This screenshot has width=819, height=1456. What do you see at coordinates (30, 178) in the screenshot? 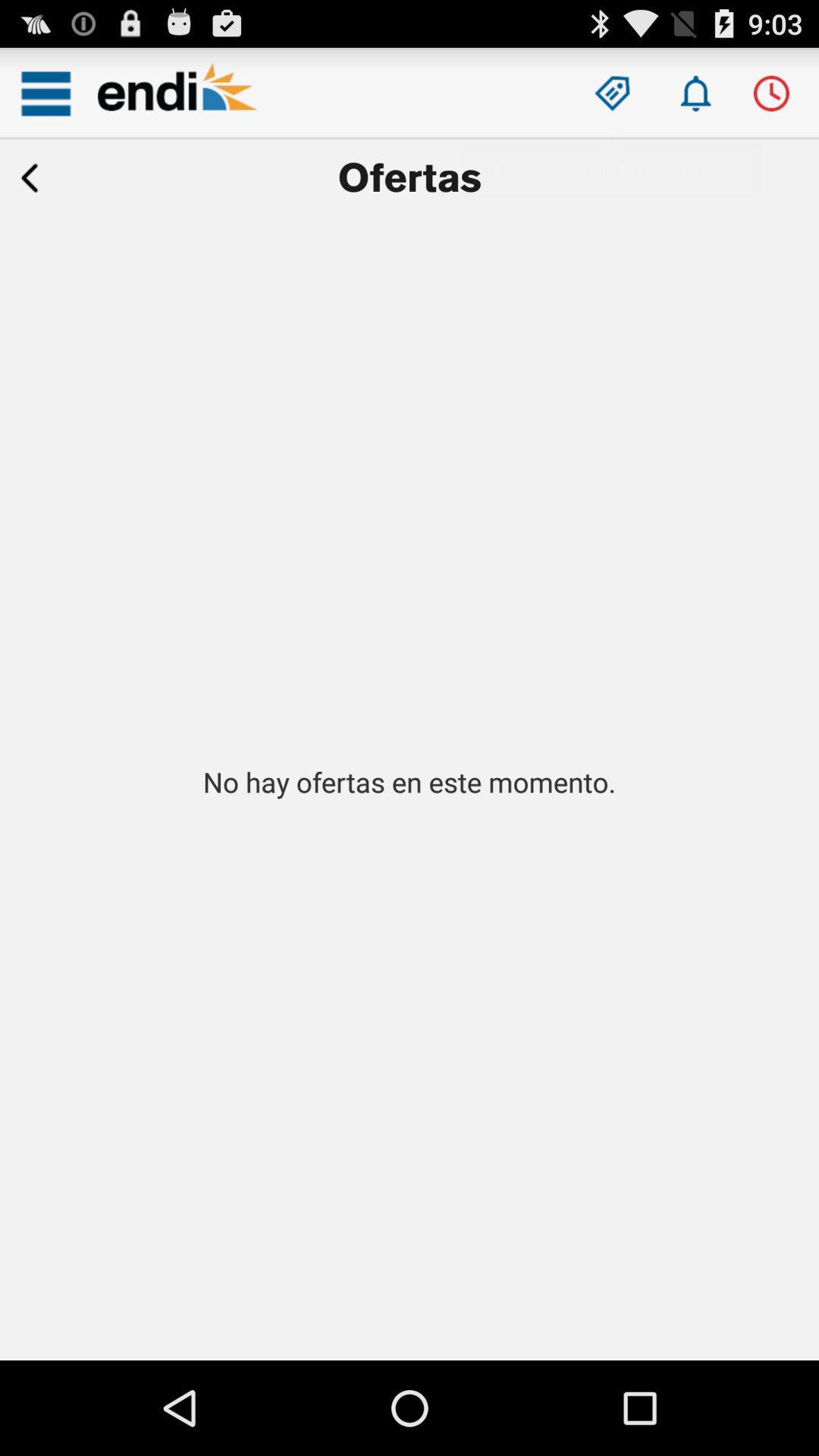
I see `previous` at bounding box center [30, 178].